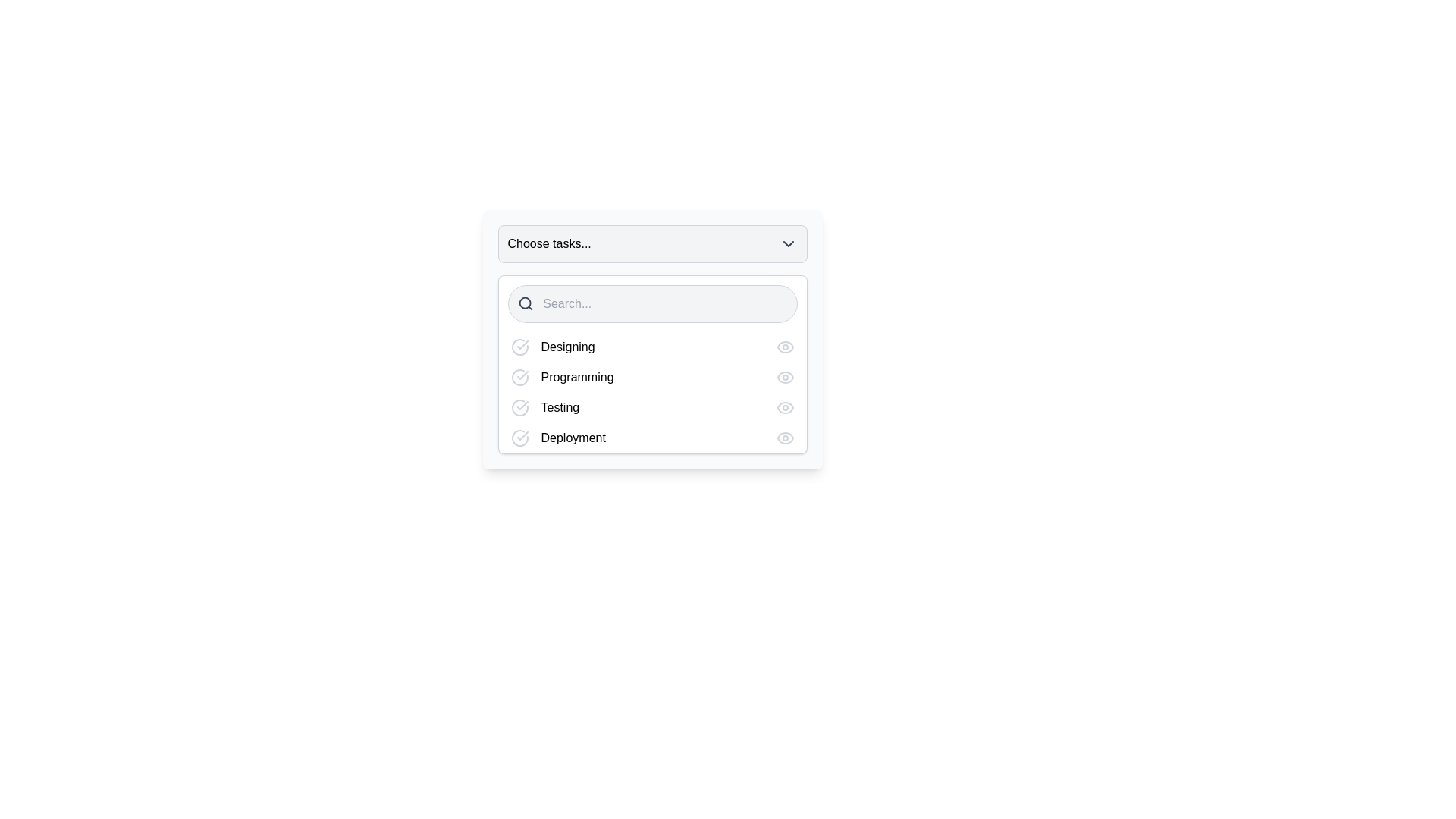 The width and height of the screenshot is (1456, 819). Describe the element at coordinates (652, 376) in the screenshot. I see `the 'Programming' task in the list` at that location.